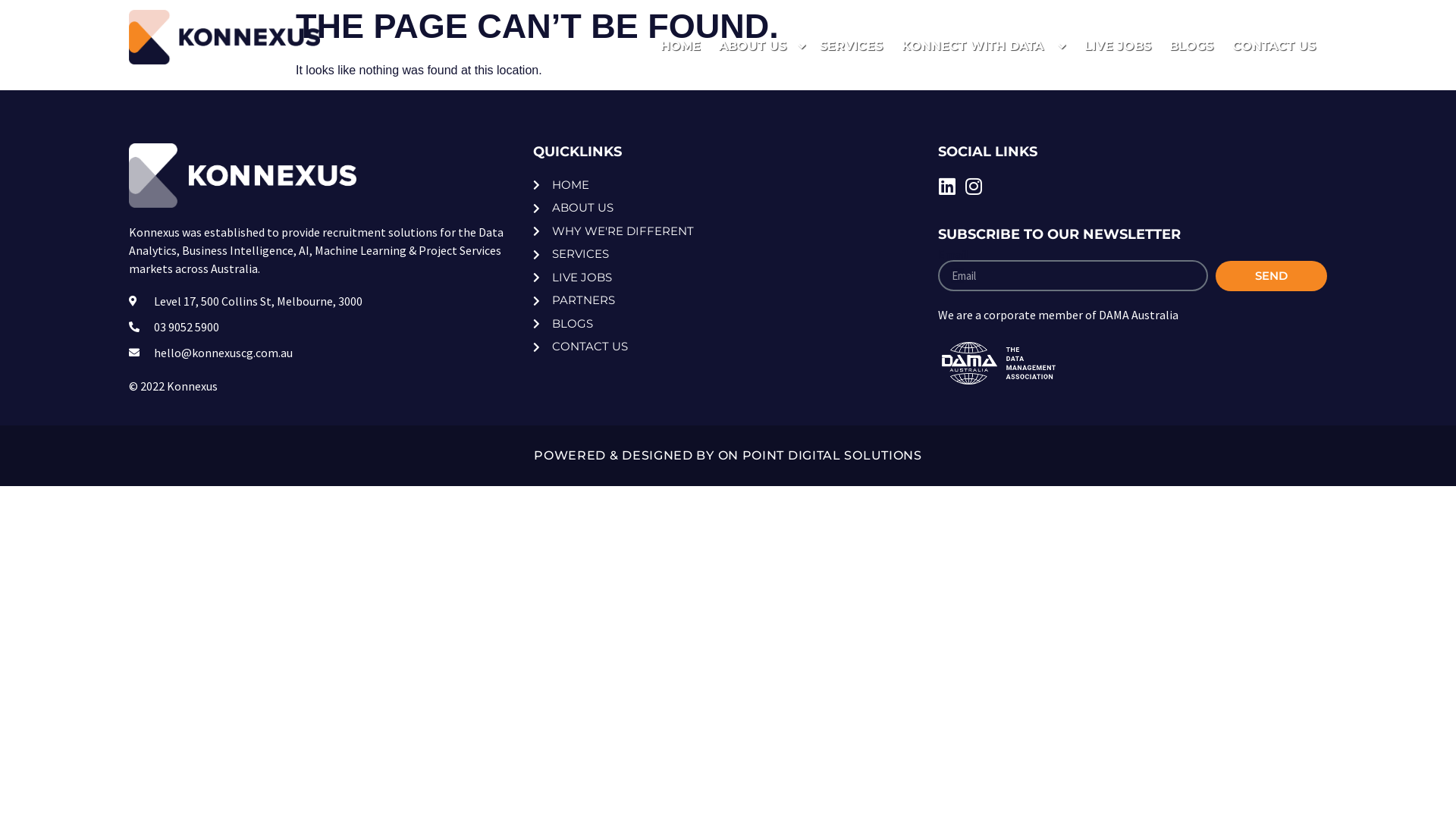  Describe the element at coordinates (532, 231) in the screenshot. I see `'WHY WE'RE DIFFERENT'` at that location.